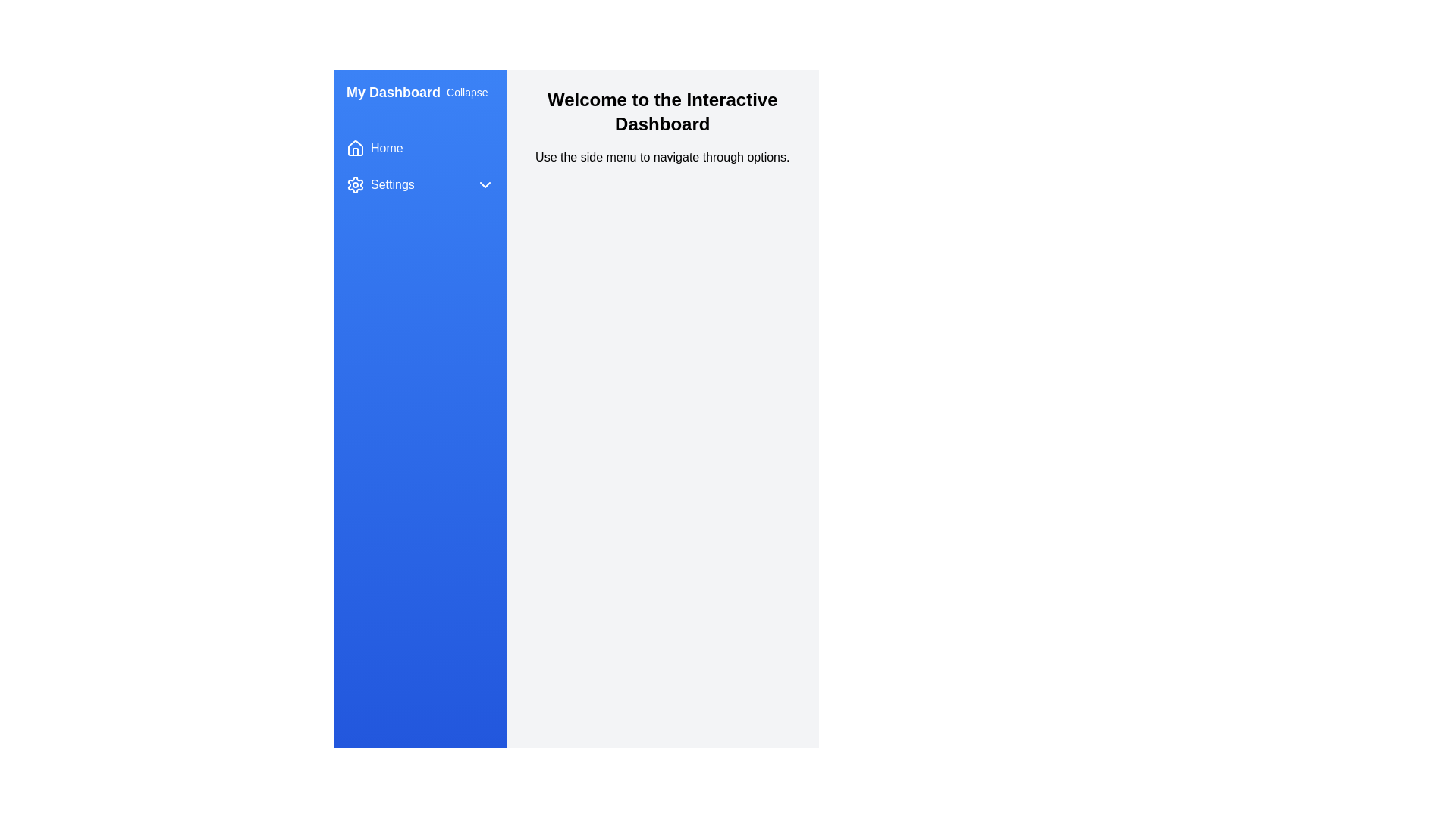 The image size is (1456, 819). I want to click on the Text label in the top left corner of the left sidebar that indicates the current dashboard section, so click(393, 93).